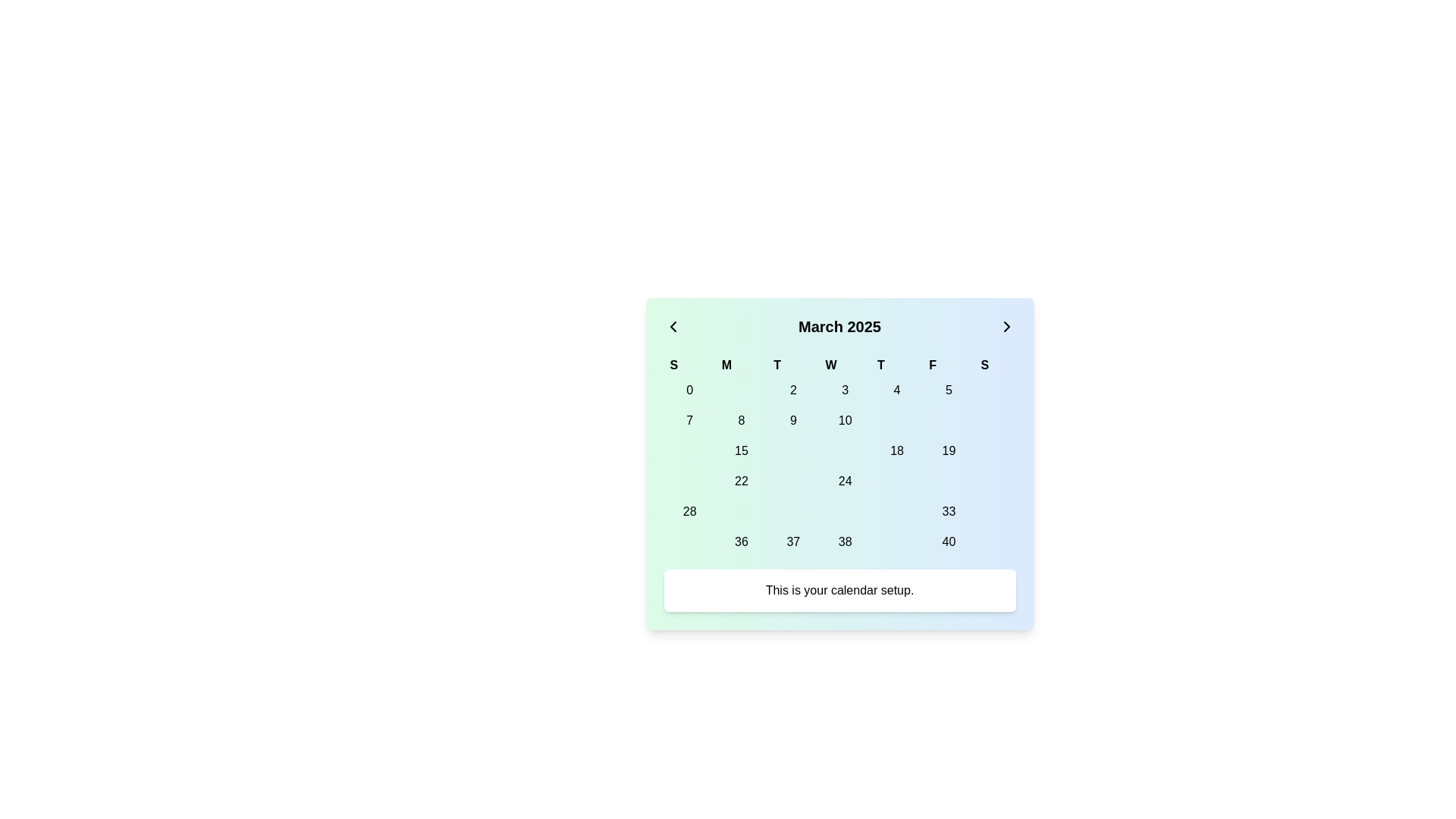 This screenshot has width=1456, height=819. I want to click on the character '0' displayed in bold font within the first cell of the calendar grid in the date picker interface, so click(689, 390).